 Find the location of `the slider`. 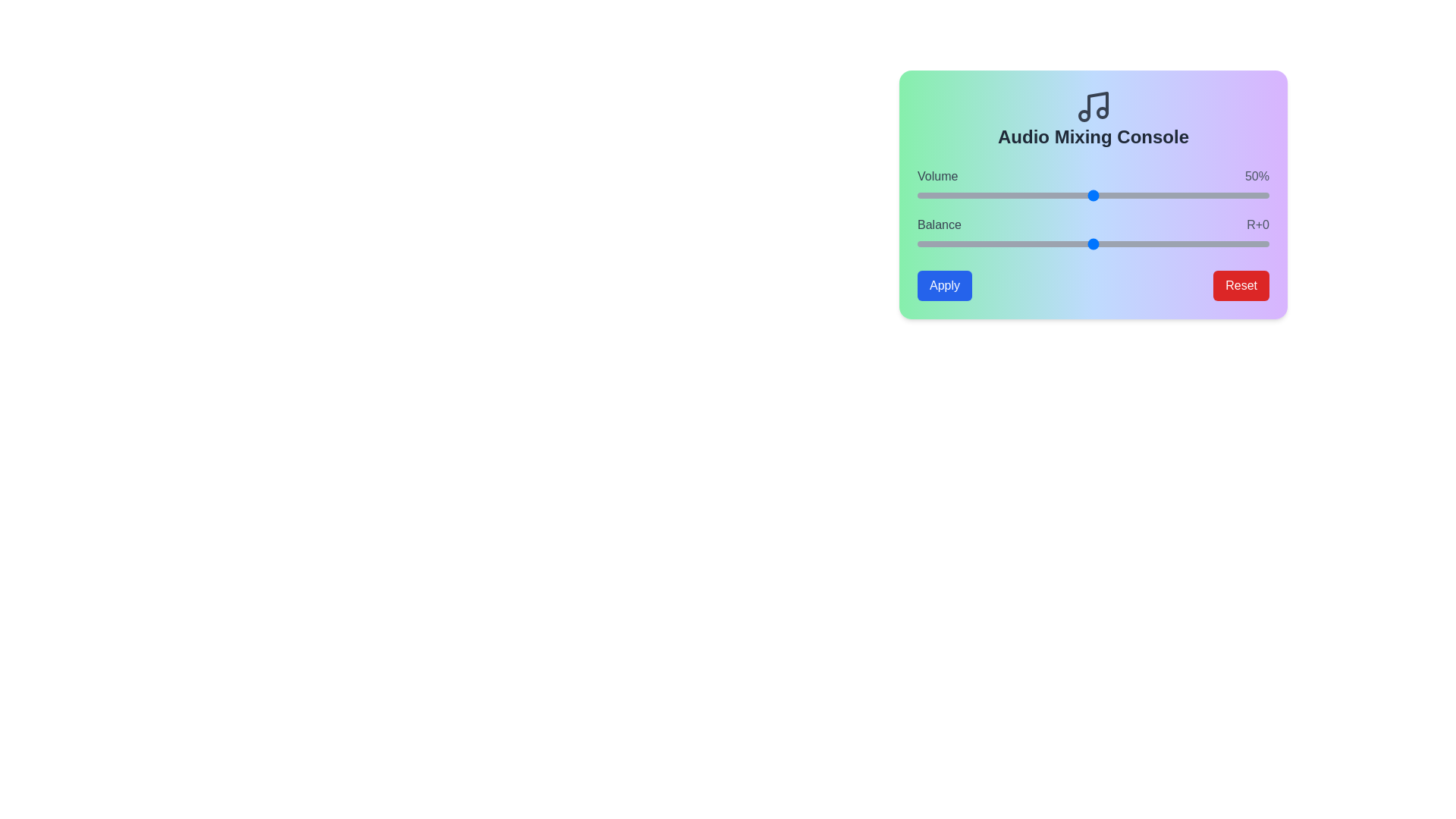

the slider is located at coordinates (937, 195).